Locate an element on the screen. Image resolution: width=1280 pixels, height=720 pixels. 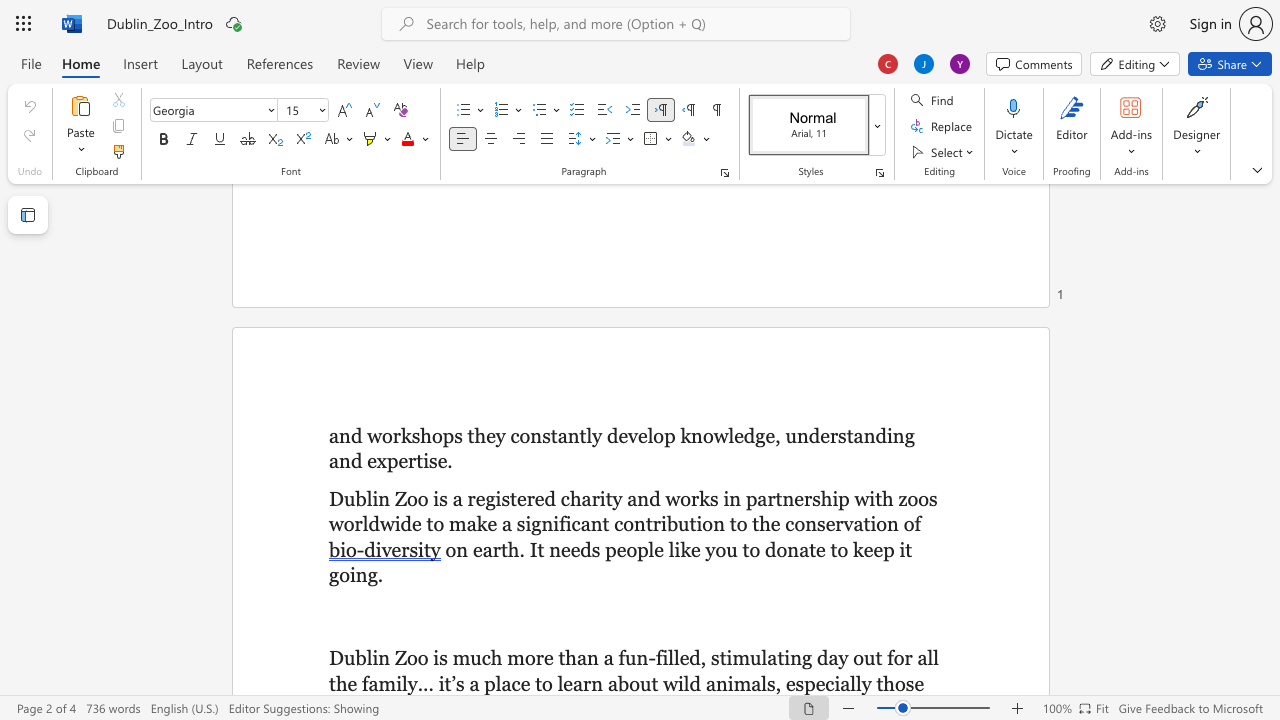
the 3th character "r" in the text is located at coordinates (594, 497).